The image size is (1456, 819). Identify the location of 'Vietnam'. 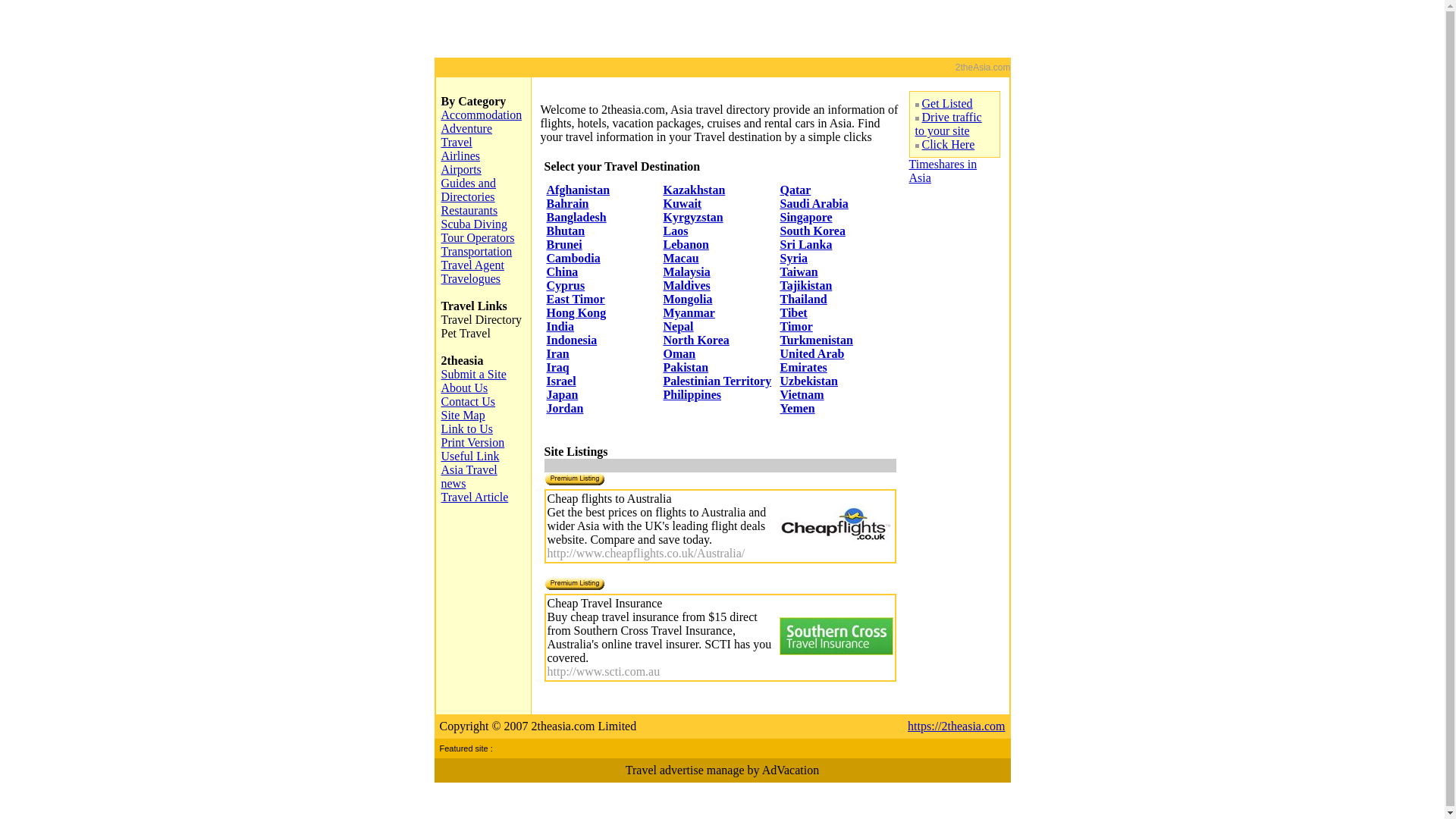
(800, 394).